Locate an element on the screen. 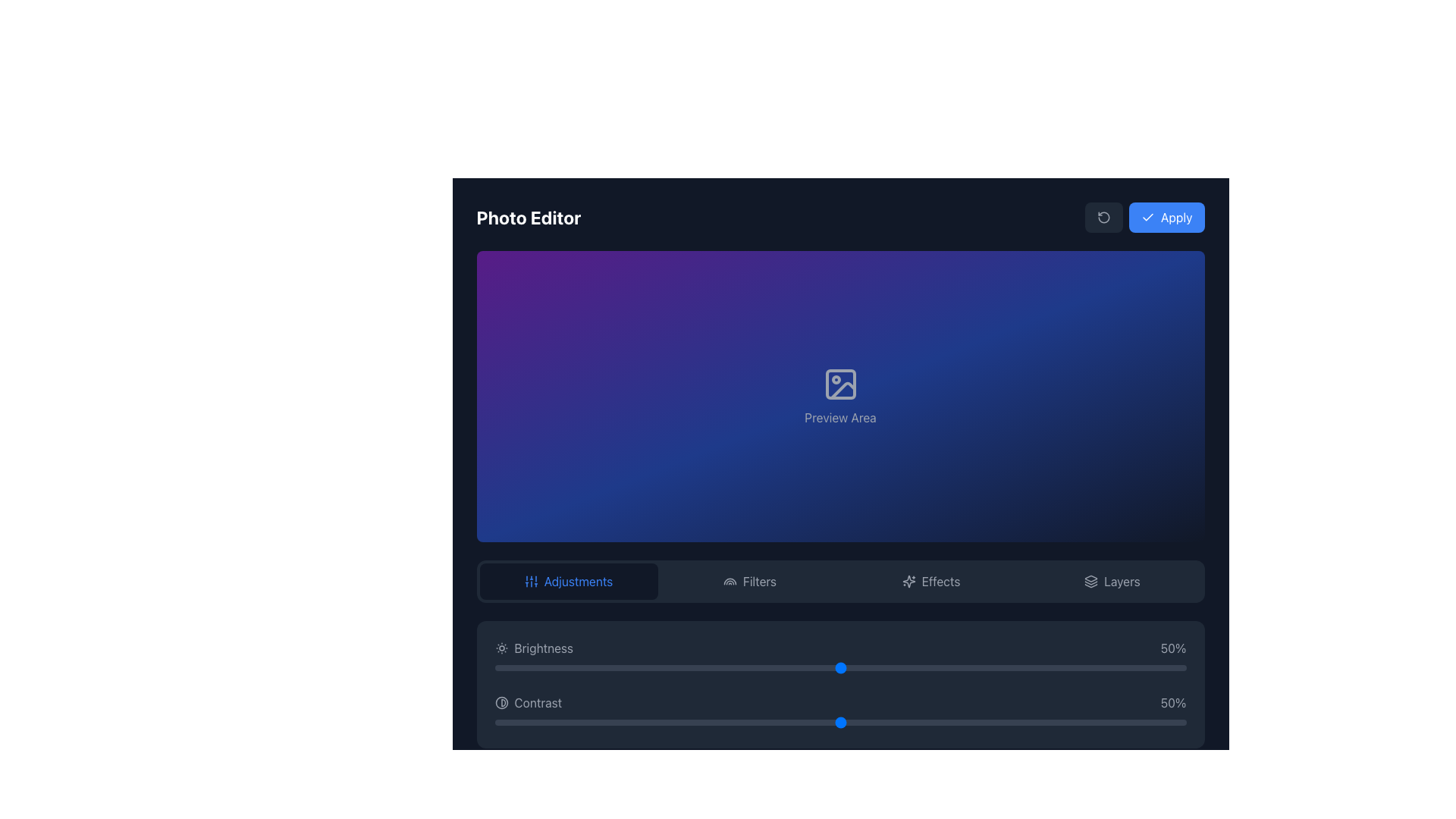 The image size is (1456, 819). the 'Filters' text label in the navigation bar is located at coordinates (760, 581).